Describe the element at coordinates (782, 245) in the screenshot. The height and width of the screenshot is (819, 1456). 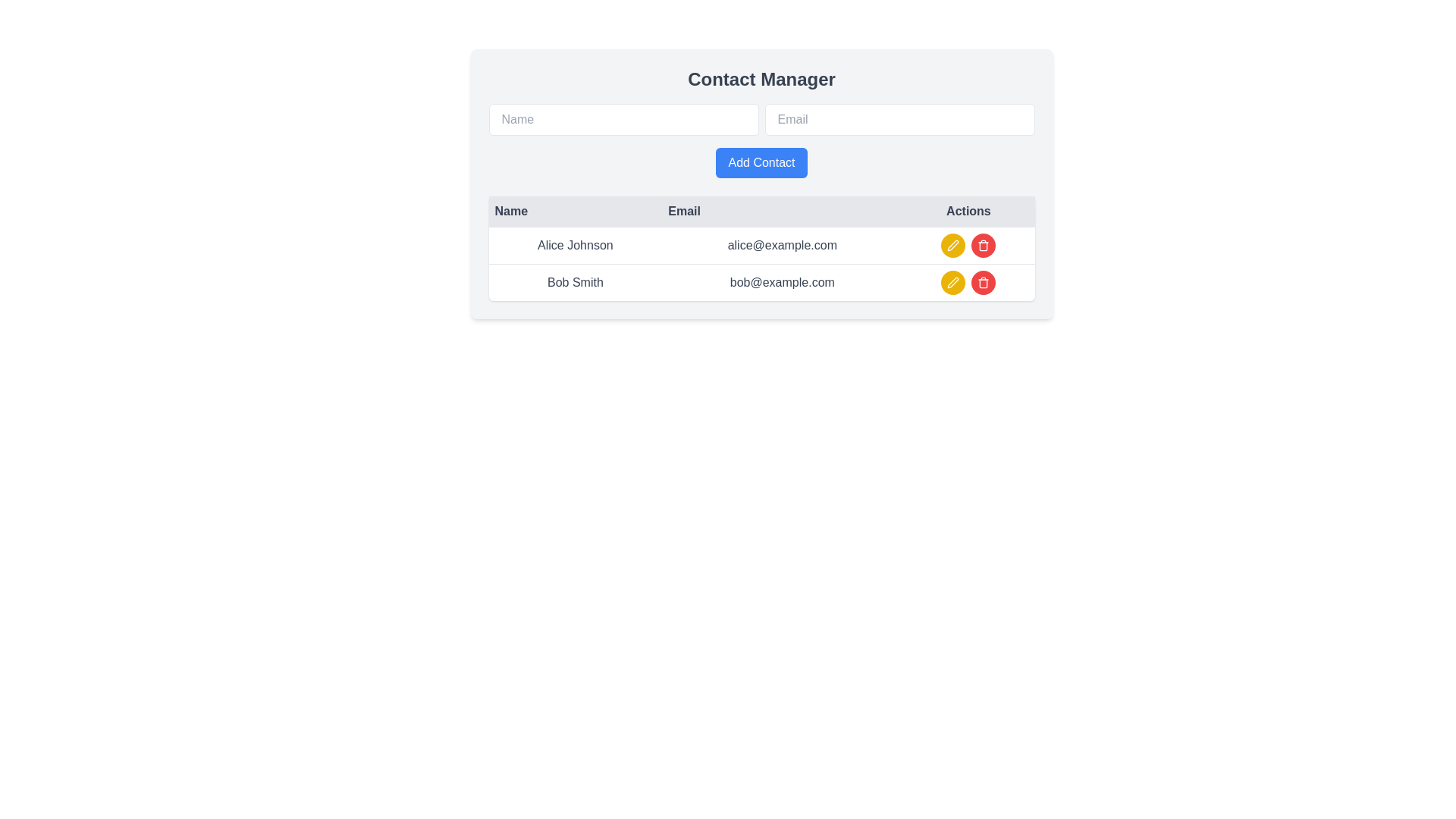
I see `the email text 'alice@example.com' located in the second column of the row for 'Alice Johnson' in the table` at that location.